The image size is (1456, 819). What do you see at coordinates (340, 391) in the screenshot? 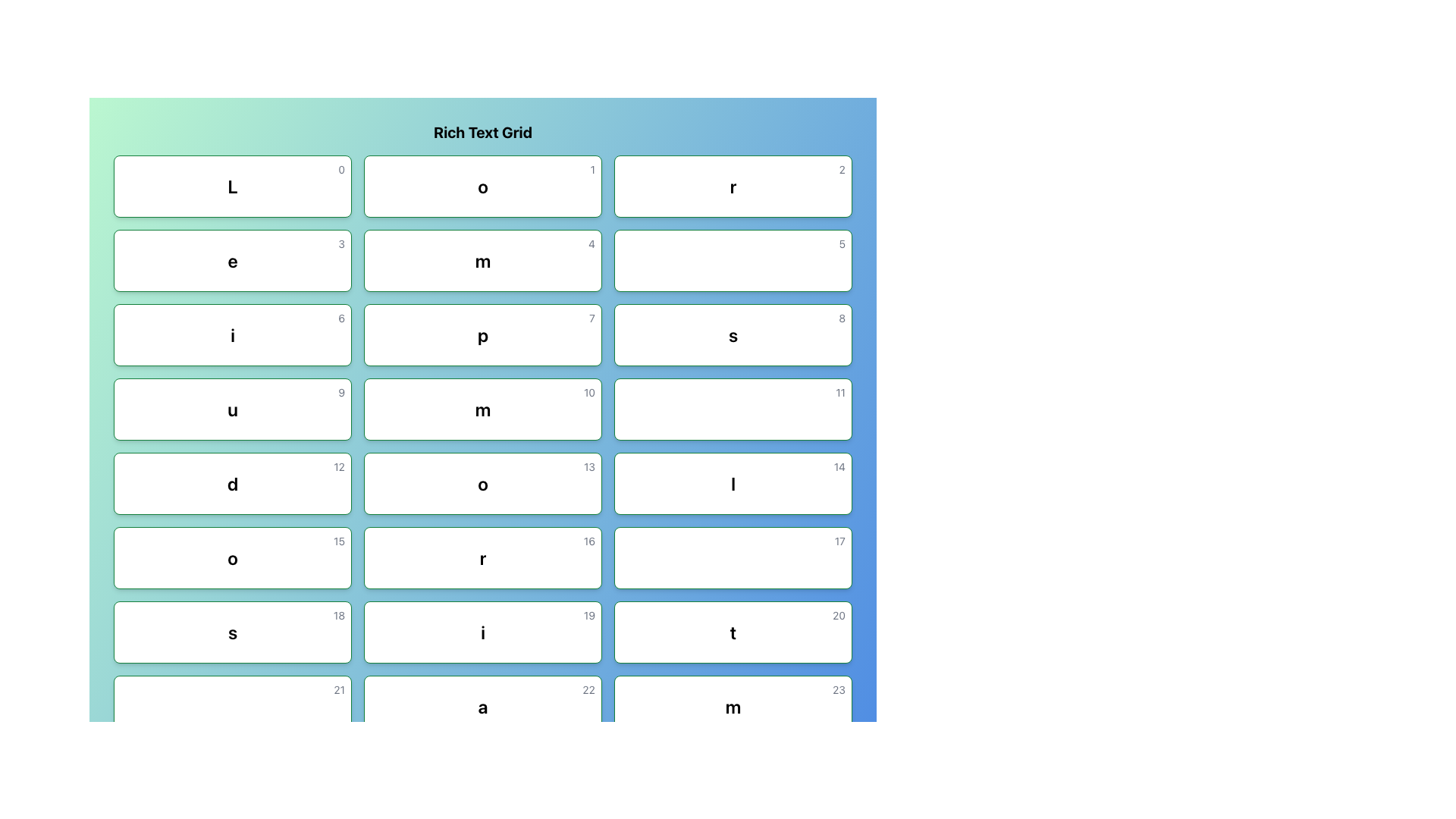
I see `the value of the Text element located in the top-right corner of the box containing the text 'u'` at bounding box center [340, 391].